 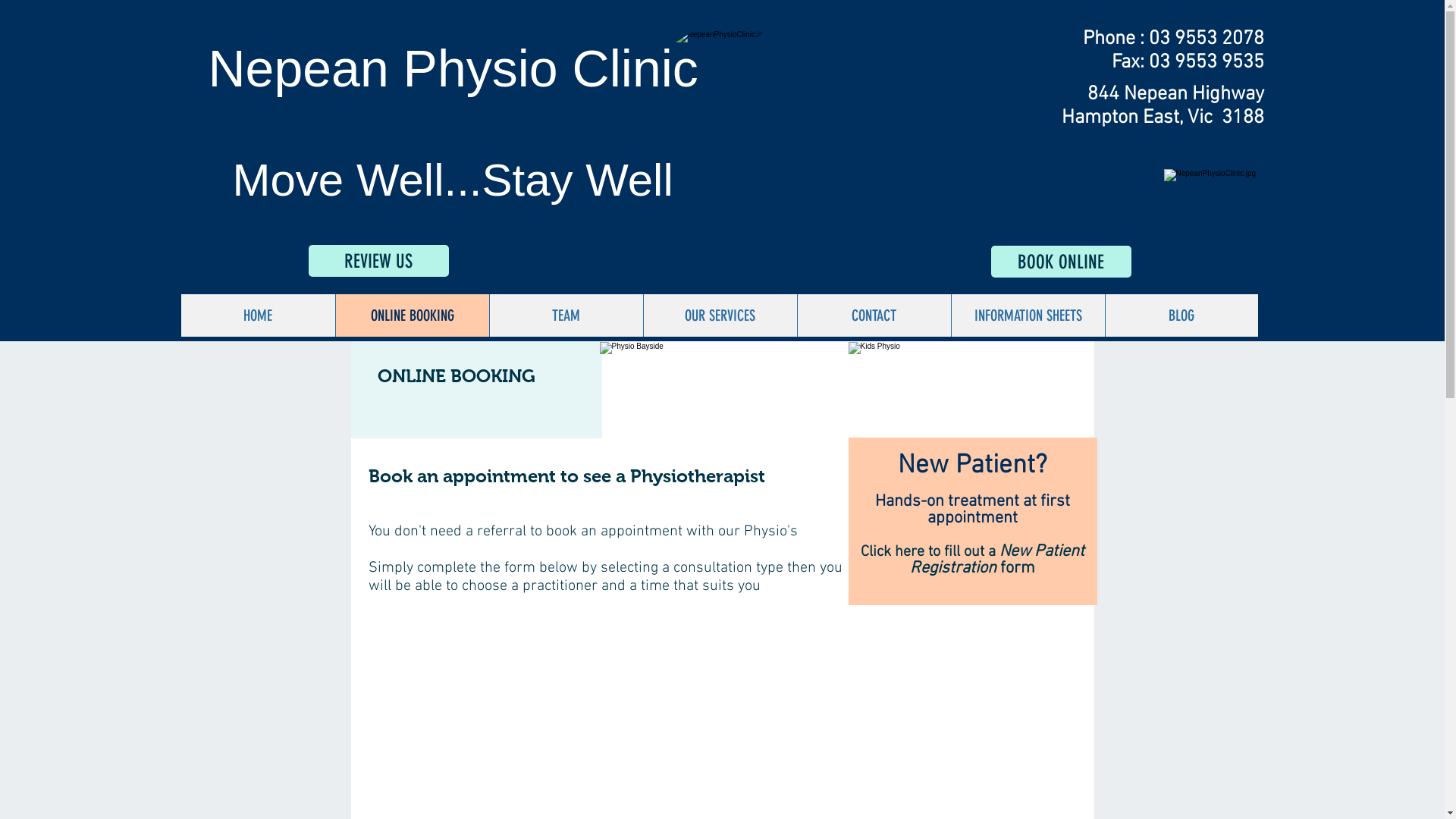 What do you see at coordinates (451, 179) in the screenshot?
I see `'Move Well...Stay Well'` at bounding box center [451, 179].